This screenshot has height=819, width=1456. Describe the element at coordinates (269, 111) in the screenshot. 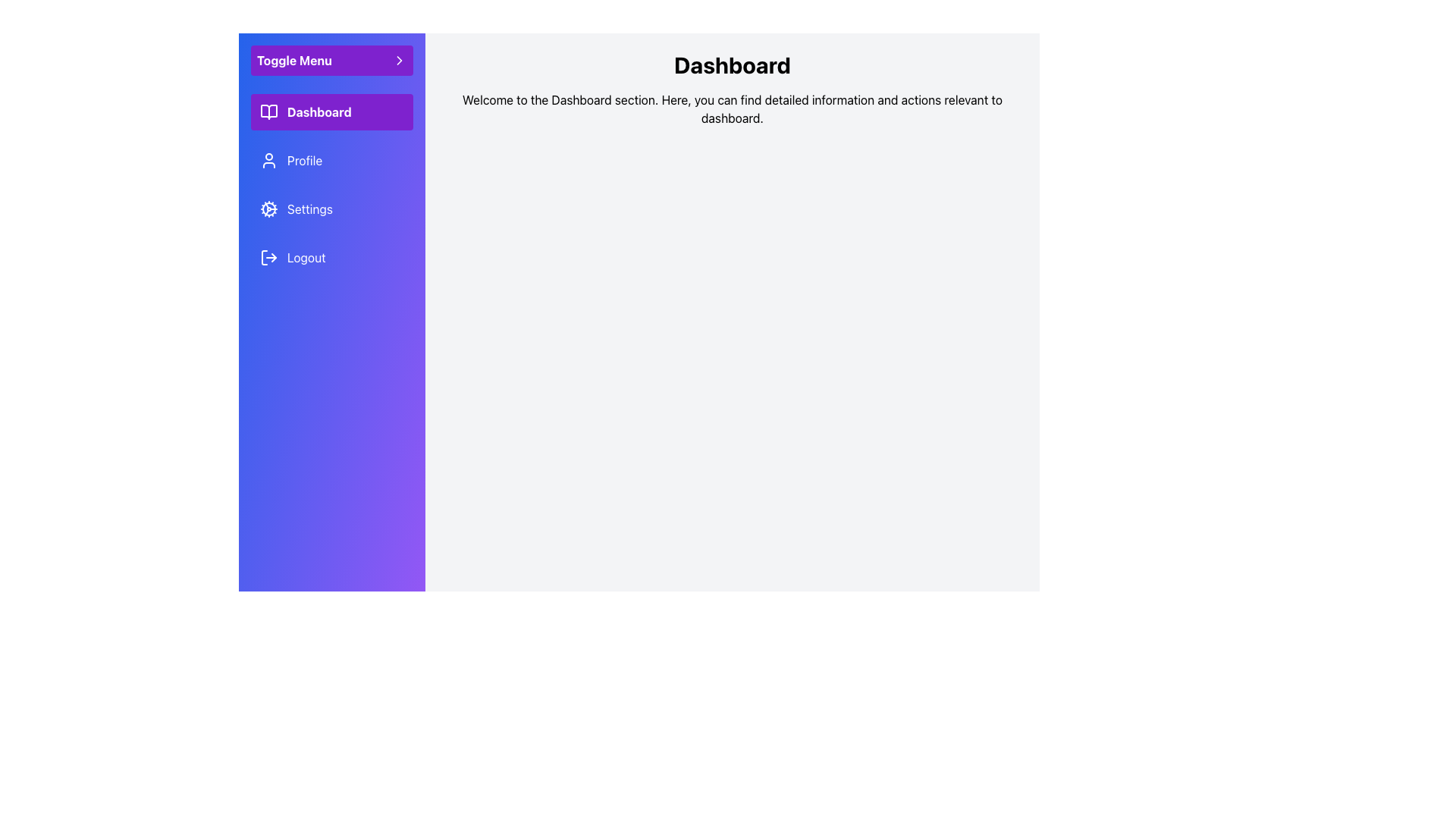

I see `the SVG graphical element representing the 'Dashboard' section, located in the purple 'Dashboard' button at the top of the vertical navigation menu` at that location.